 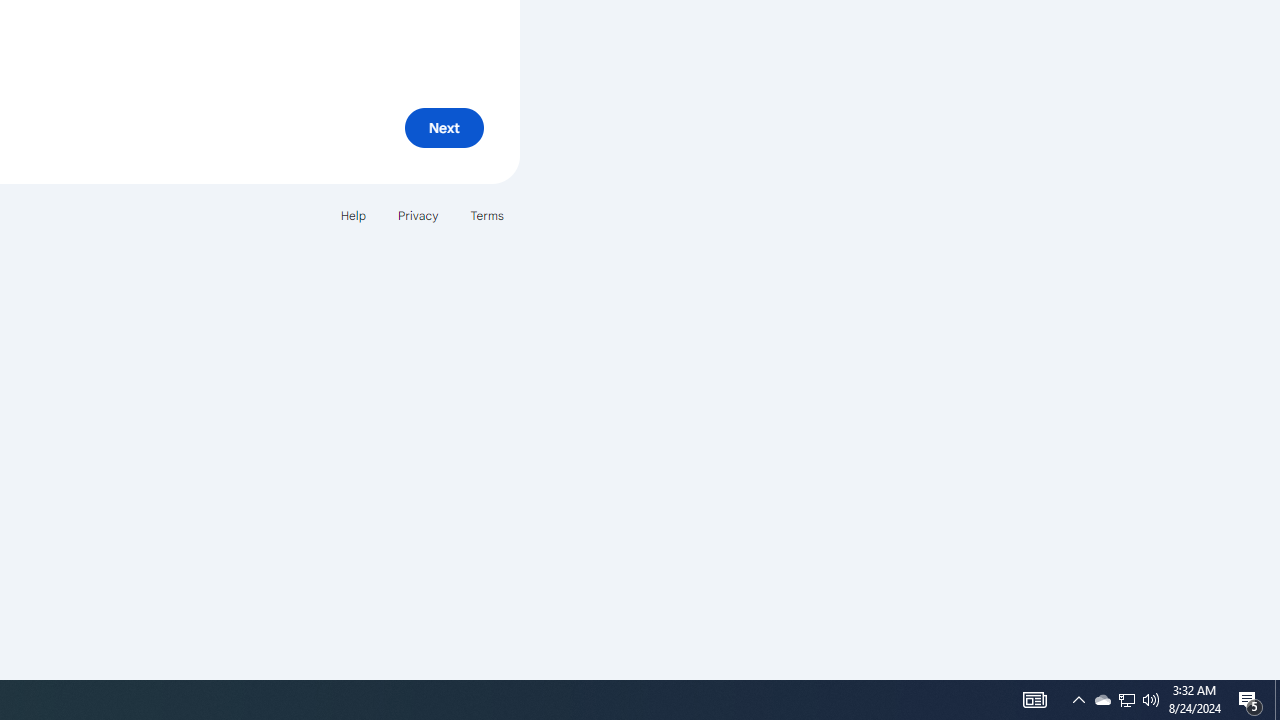 What do you see at coordinates (416, 215) in the screenshot?
I see `'Privacy'` at bounding box center [416, 215].